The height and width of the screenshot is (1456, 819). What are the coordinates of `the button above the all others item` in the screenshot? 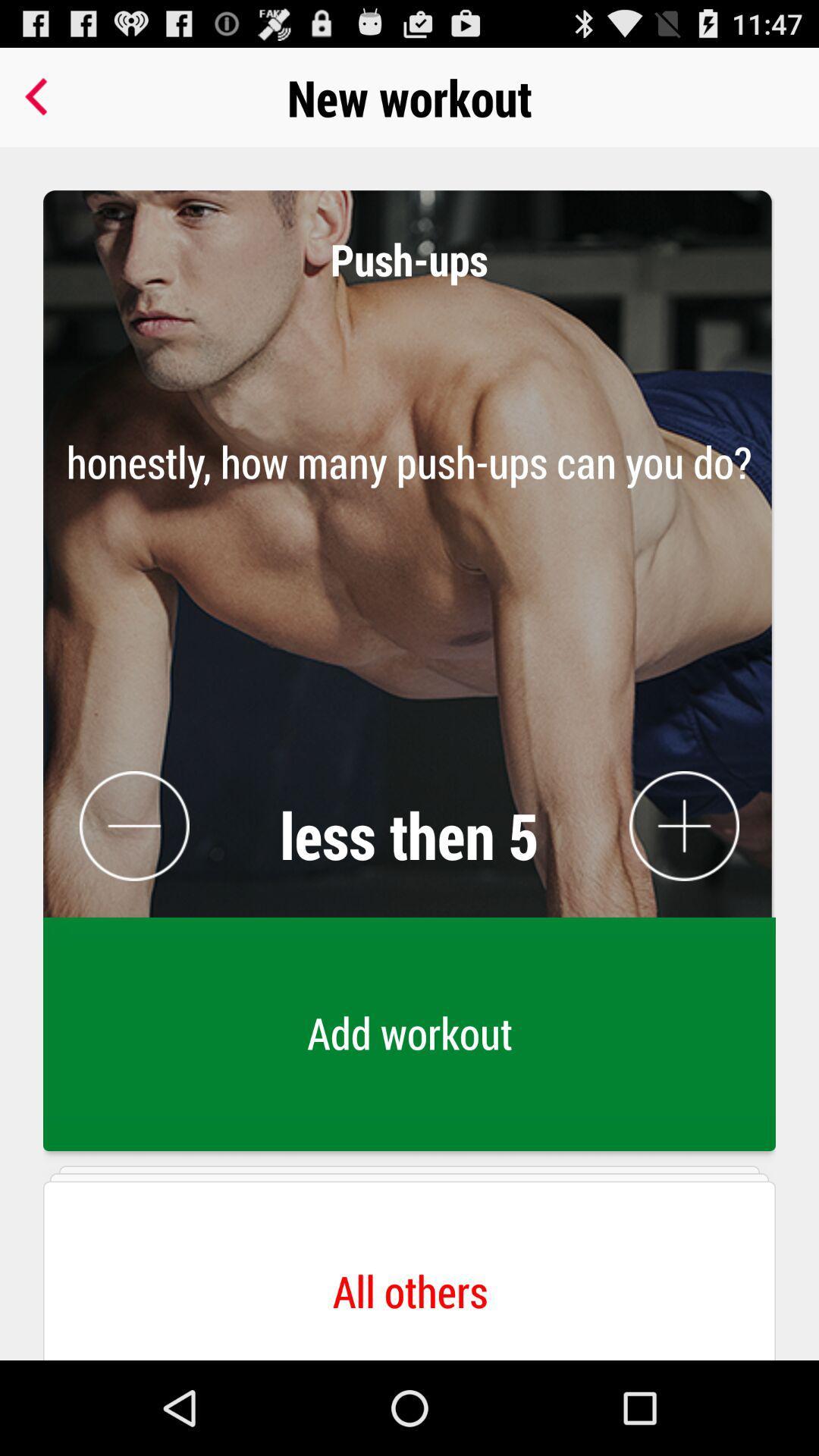 It's located at (409, 1037).